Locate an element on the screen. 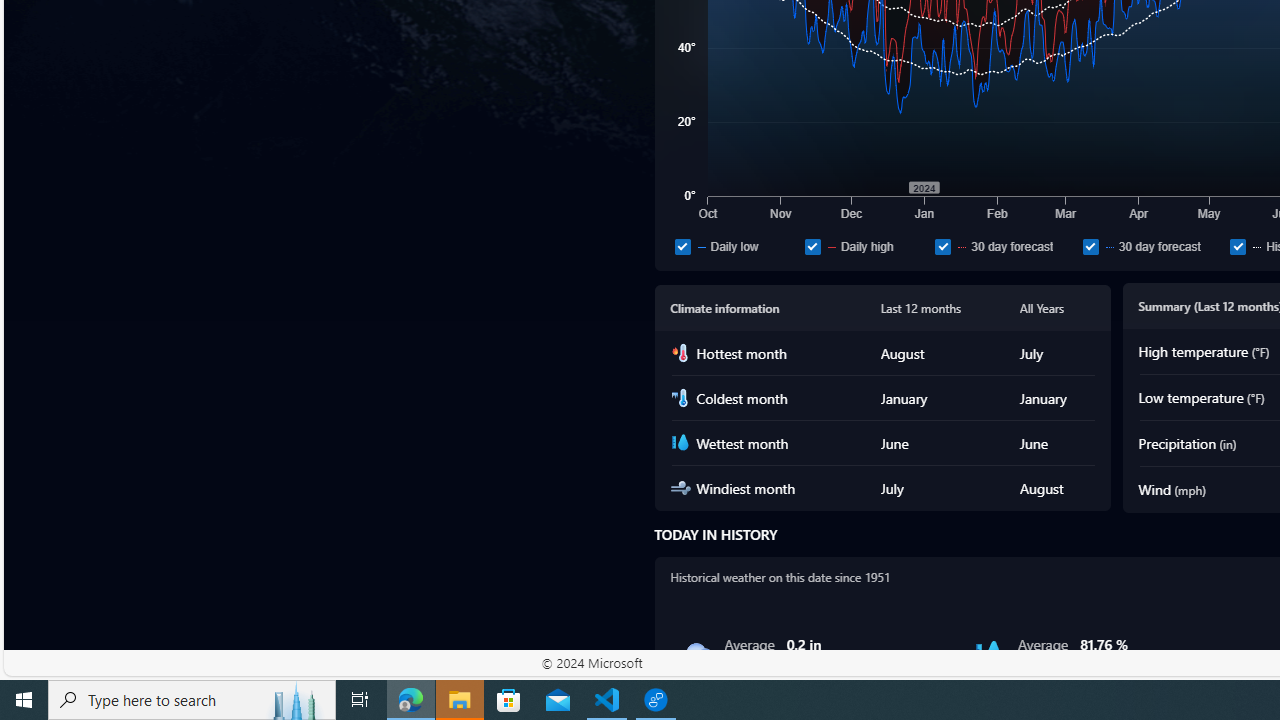  '30 day forecast' is located at coordinates (1152, 245).